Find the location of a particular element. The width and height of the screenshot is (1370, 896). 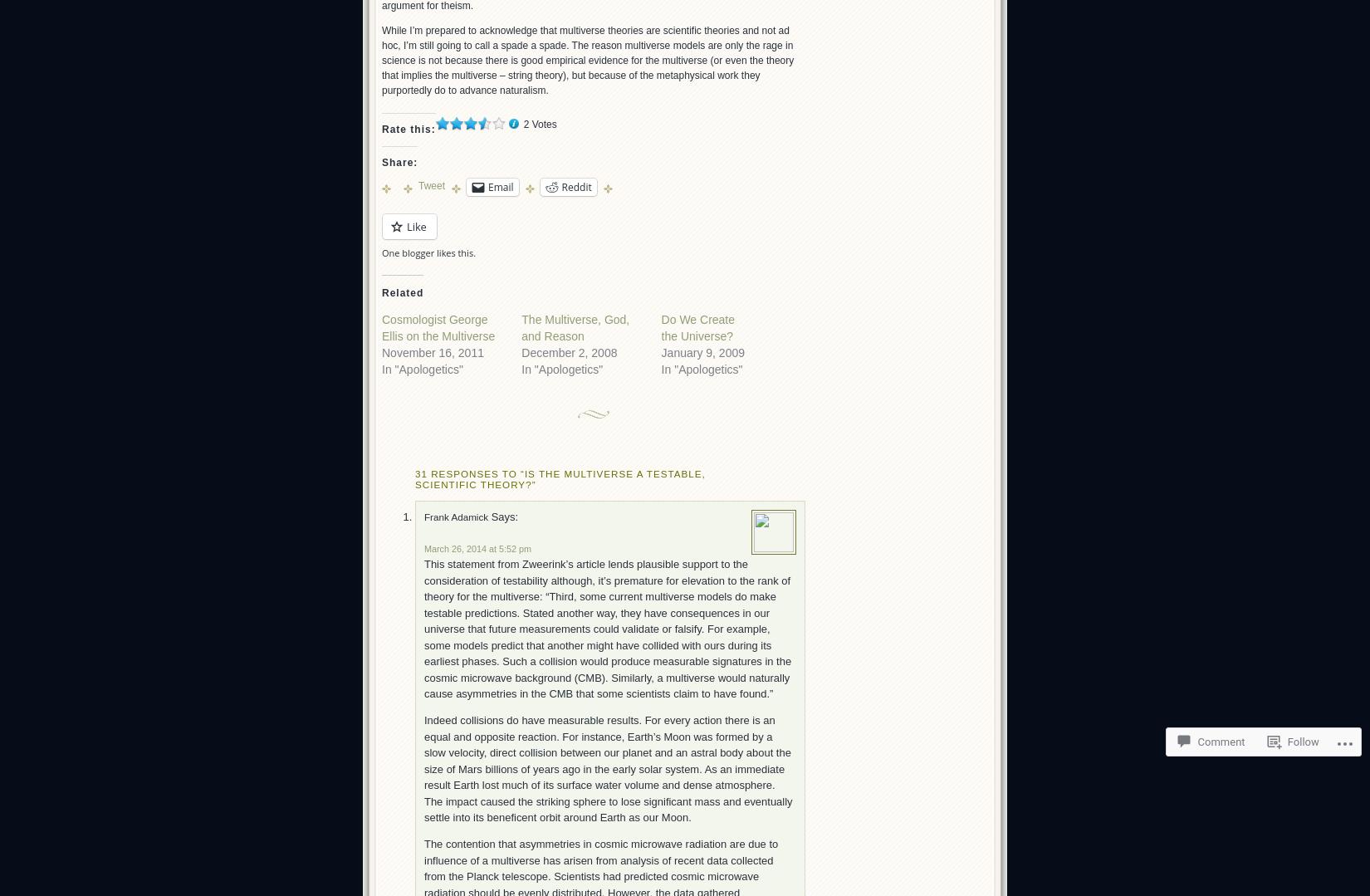

'Related' is located at coordinates (401, 291).